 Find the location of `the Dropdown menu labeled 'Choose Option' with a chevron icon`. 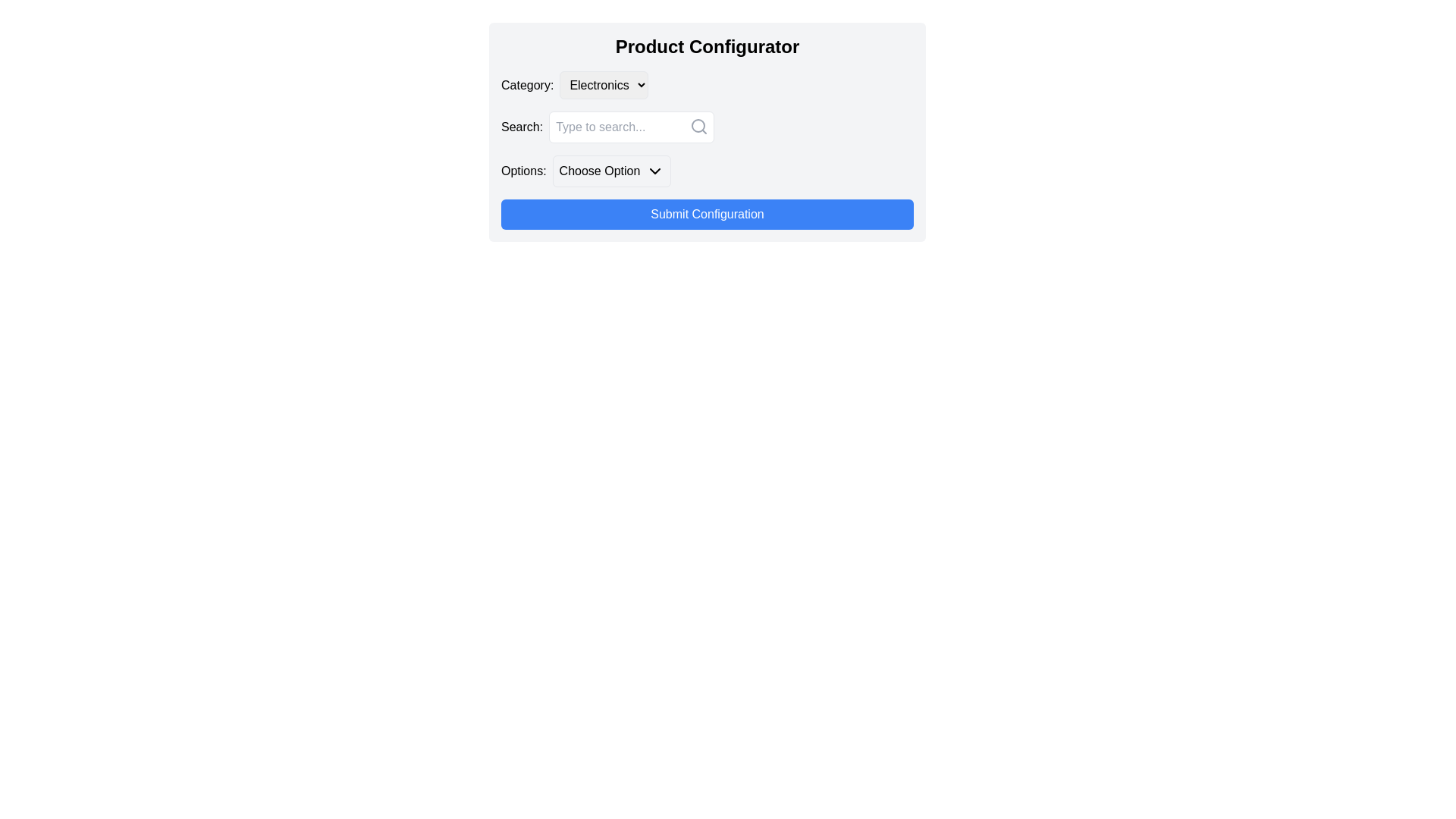

the Dropdown menu labeled 'Choose Option' with a chevron icon is located at coordinates (611, 171).